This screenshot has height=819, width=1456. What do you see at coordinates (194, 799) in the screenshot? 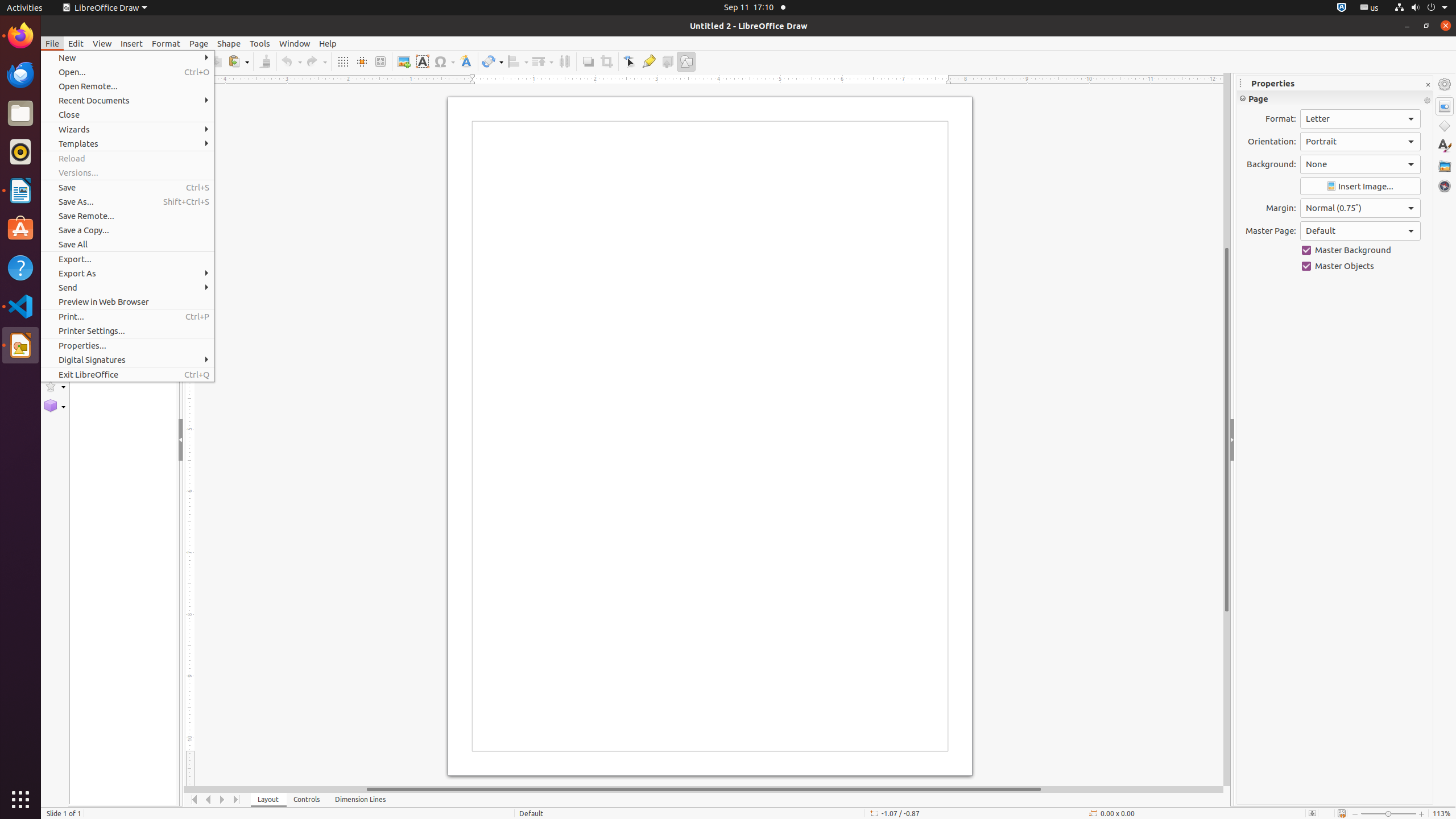
I see `'Move To Home'` at bounding box center [194, 799].